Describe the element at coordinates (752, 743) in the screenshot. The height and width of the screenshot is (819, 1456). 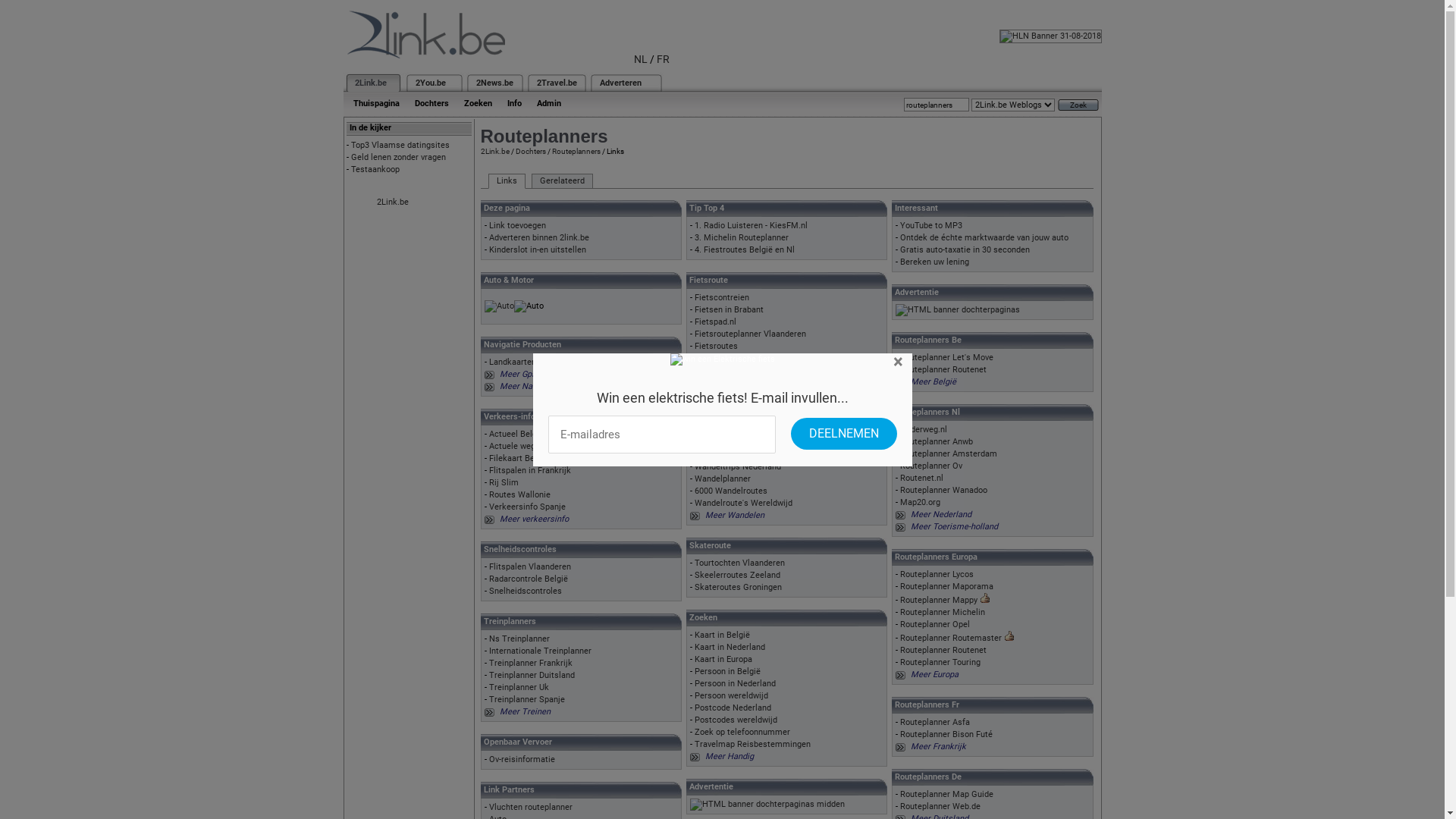
I see `'Travelmap Reisbestemmingen'` at that location.